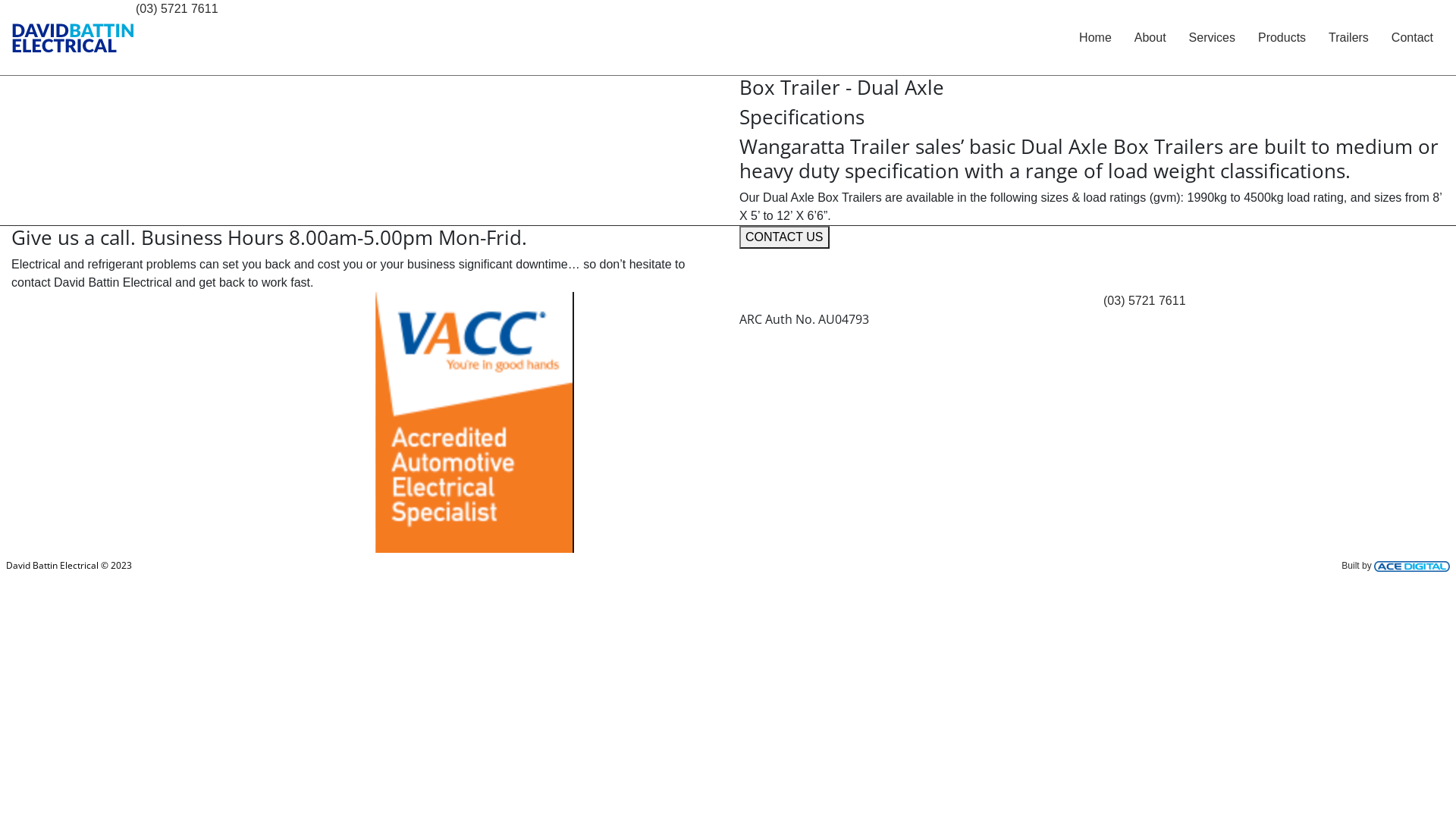  Describe the element at coordinates (1144, 300) in the screenshot. I see `'(03) 5721 7611'` at that location.